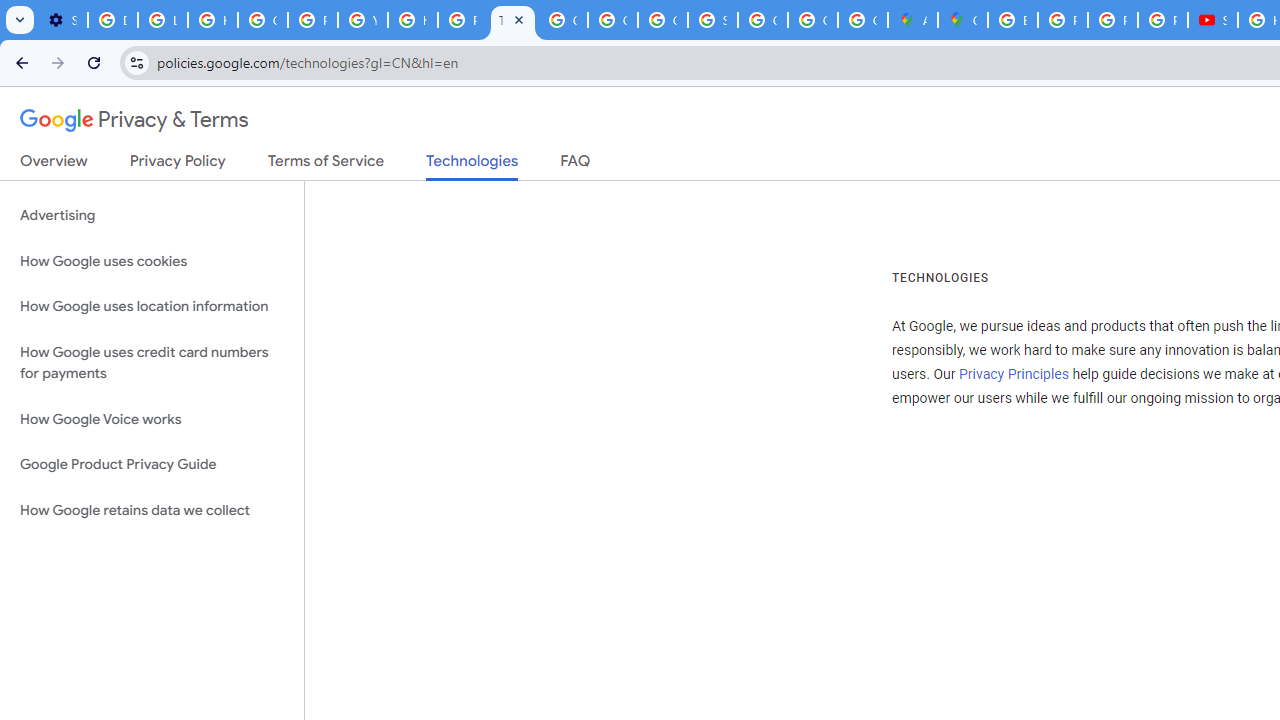  What do you see at coordinates (151, 306) in the screenshot?
I see `'How Google uses location information'` at bounding box center [151, 306].